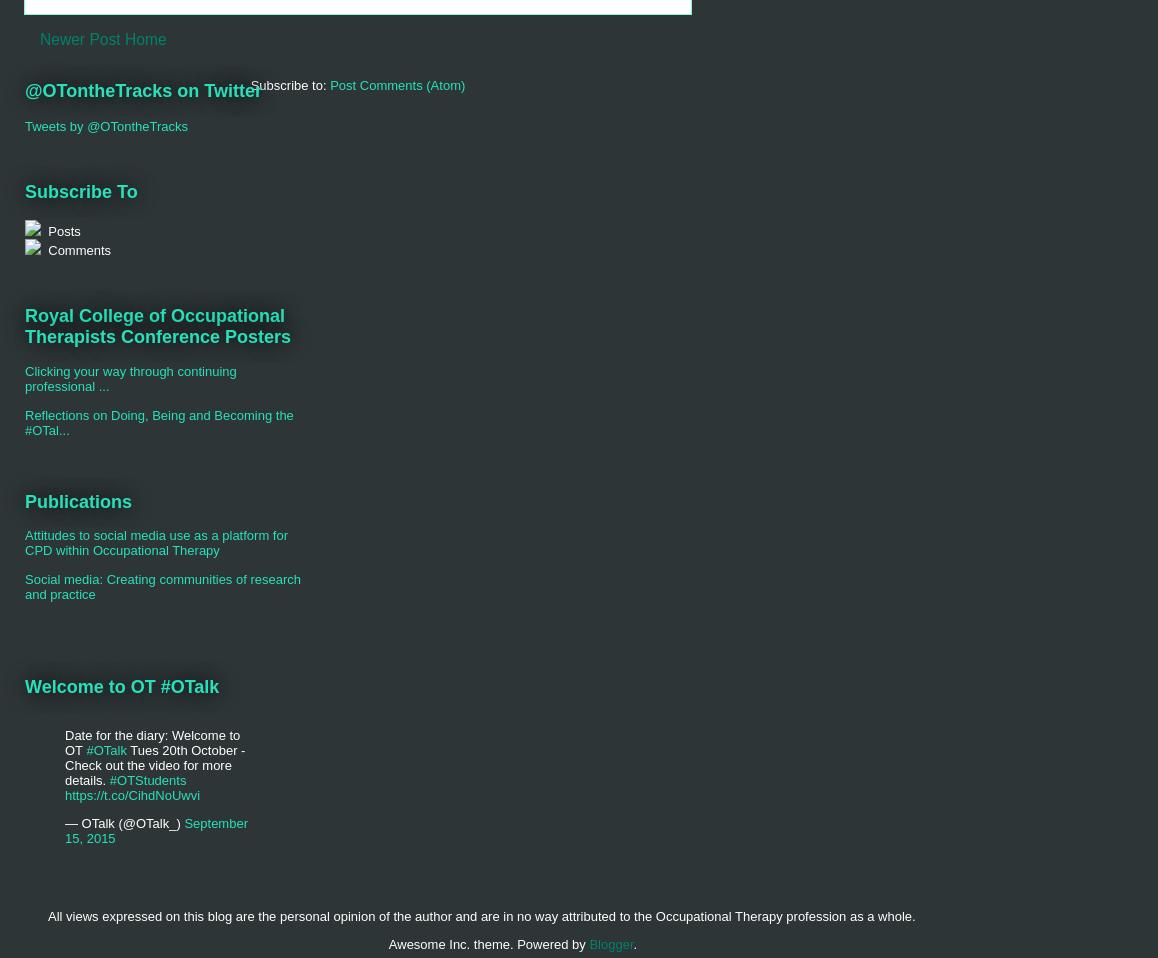  Describe the element at coordinates (396, 84) in the screenshot. I see `'Post Comments (Atom)'` at that location.